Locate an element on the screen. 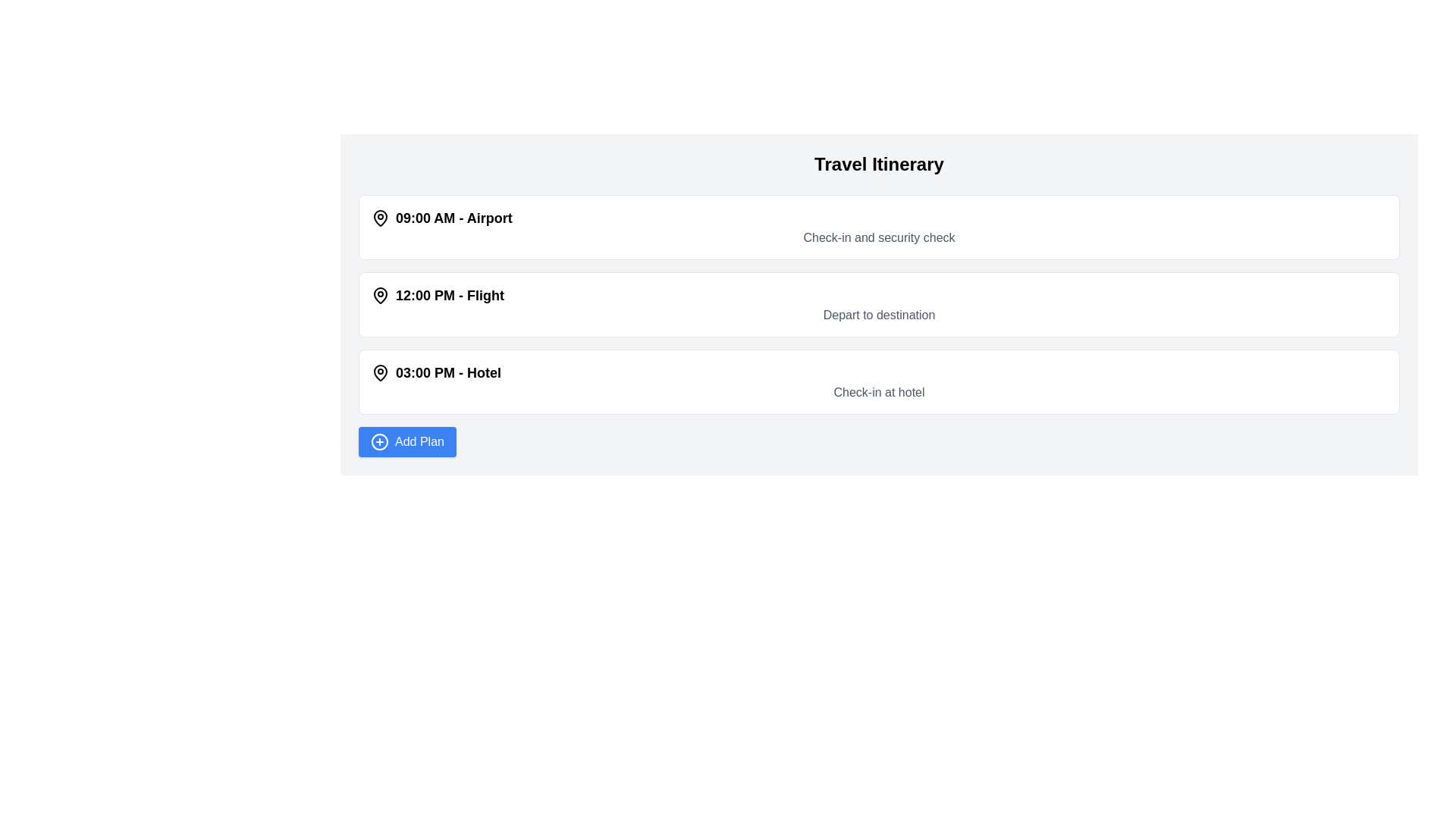  the button located at the bottom of the itinerary list is located at coordinates (407, 441).